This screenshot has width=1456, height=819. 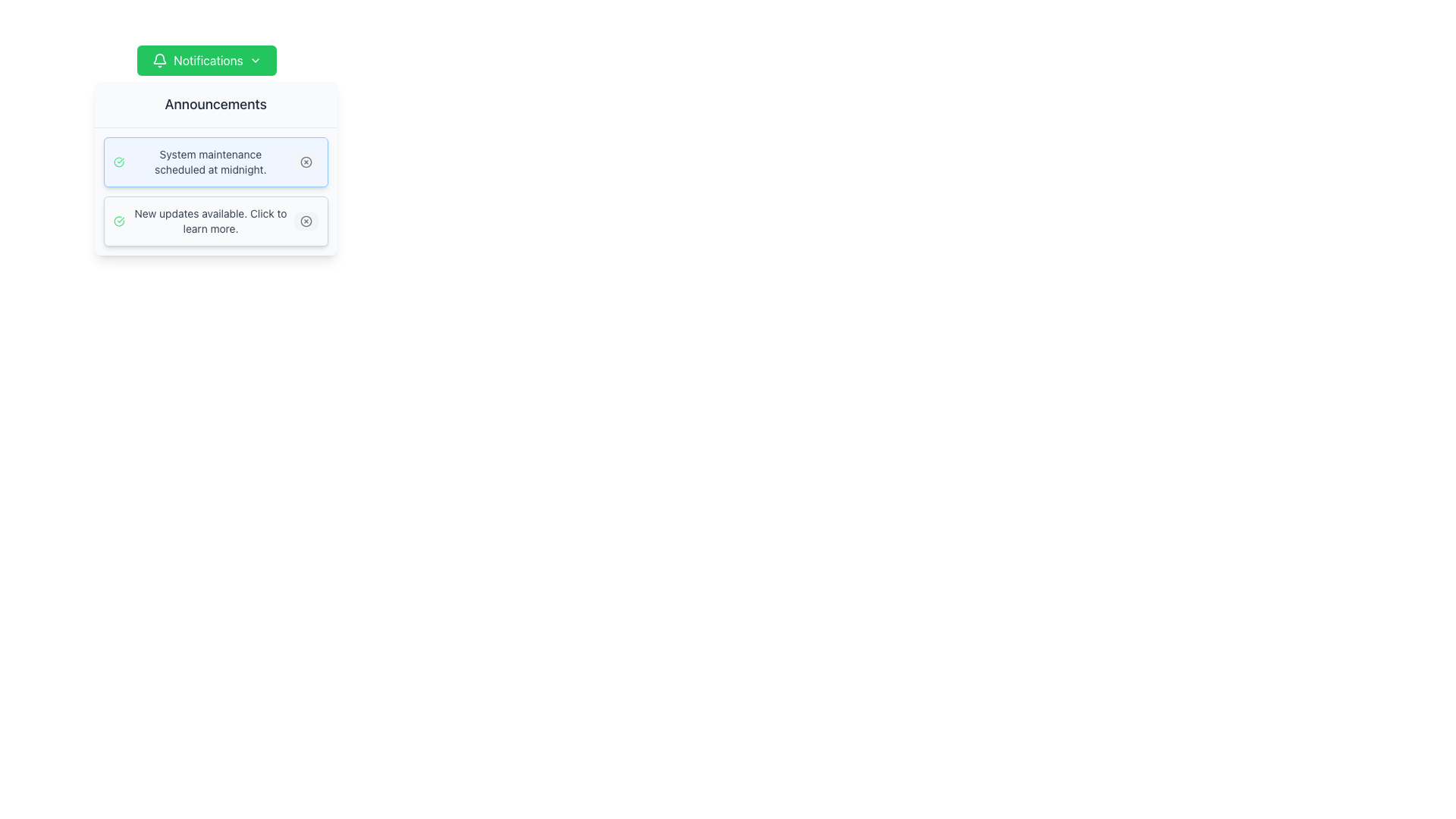 I want to click on the dismiss button with a circular cross icon located at the rightmost side of the notification block displaying 'System maintenance scheduled at midnight.', so click(x=305, y=162).